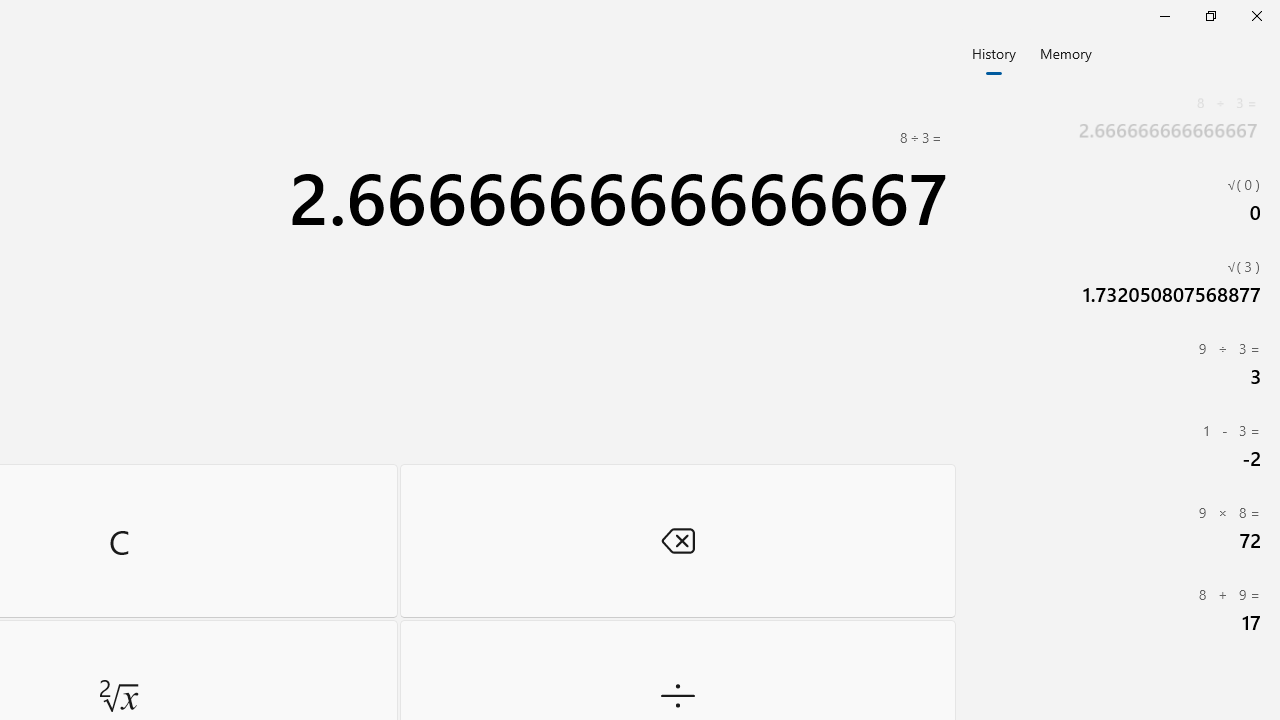  What do you see at coordinates (1120, 444) in the screenshot?
I see `'1 Minus ( 3= Minus (2'` at bounding box center [1120, 444].